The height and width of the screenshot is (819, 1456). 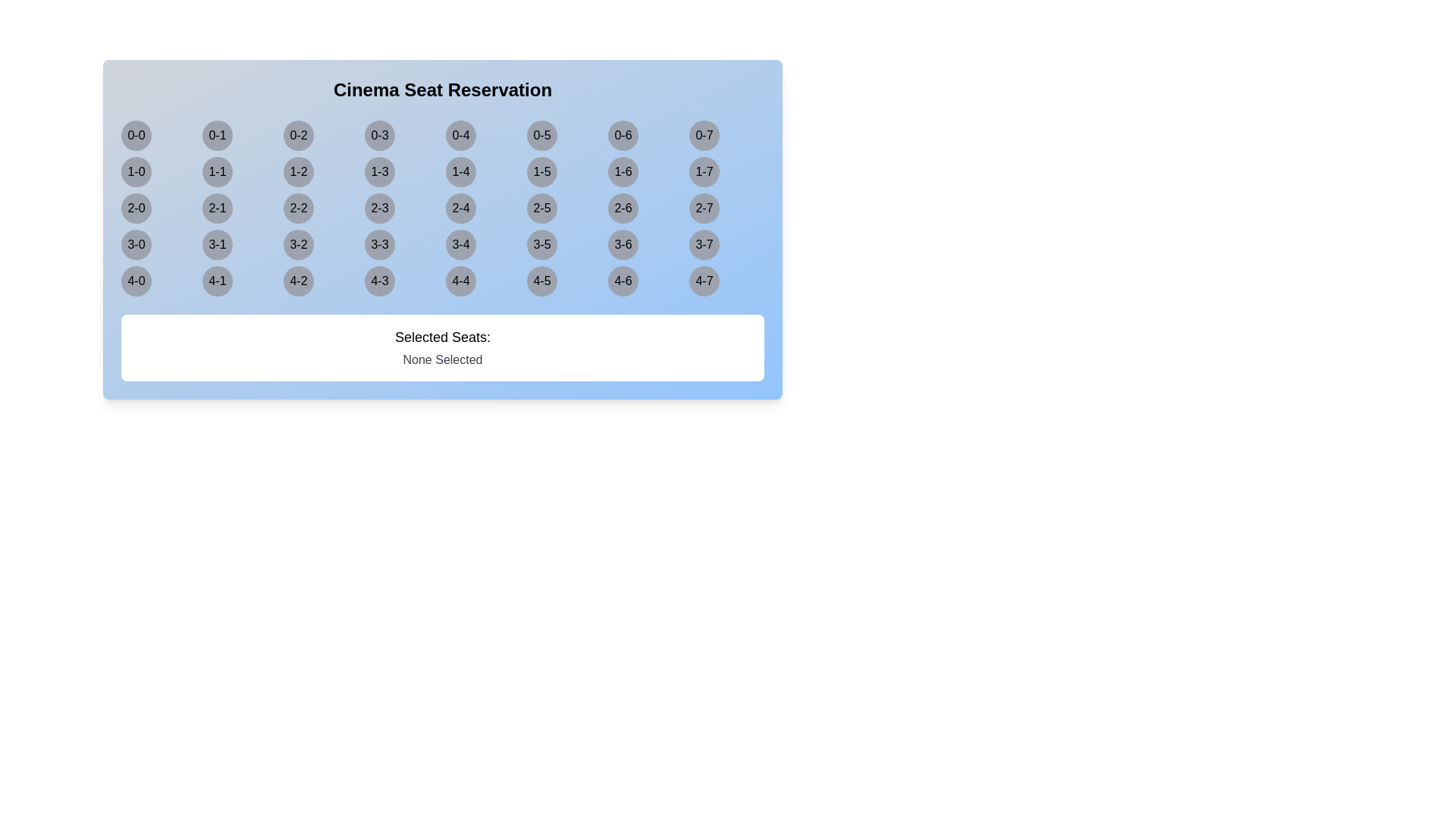 What do you see at coordinates (704, 281) in the screenshot?
I see `the seat selection indicator button located in the last row and last column of the grid layout` at bounding box center [704, 281].